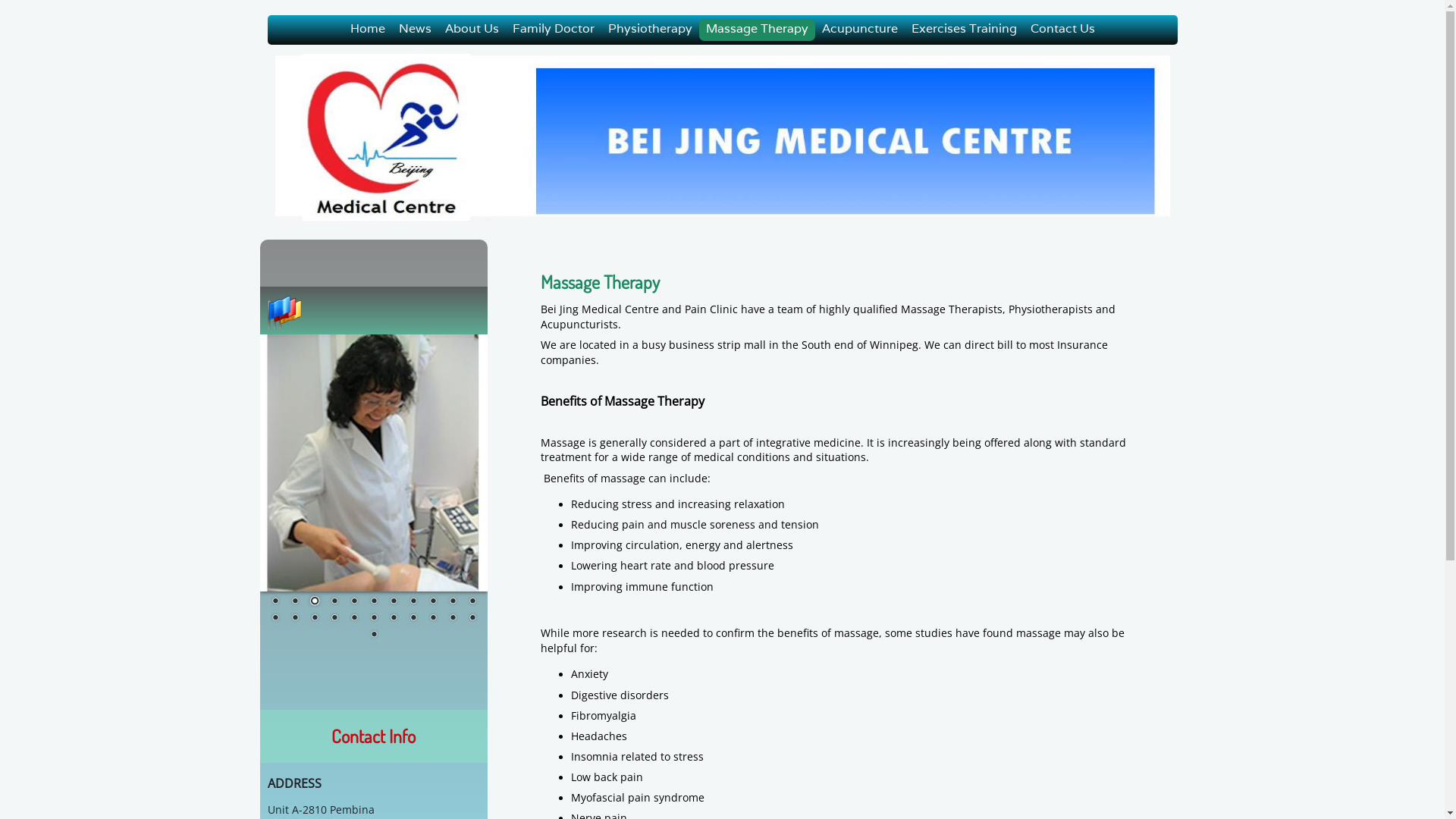  Describe the element at coordinates (374, 635) in the screenshot. I see `'23'` at that location.